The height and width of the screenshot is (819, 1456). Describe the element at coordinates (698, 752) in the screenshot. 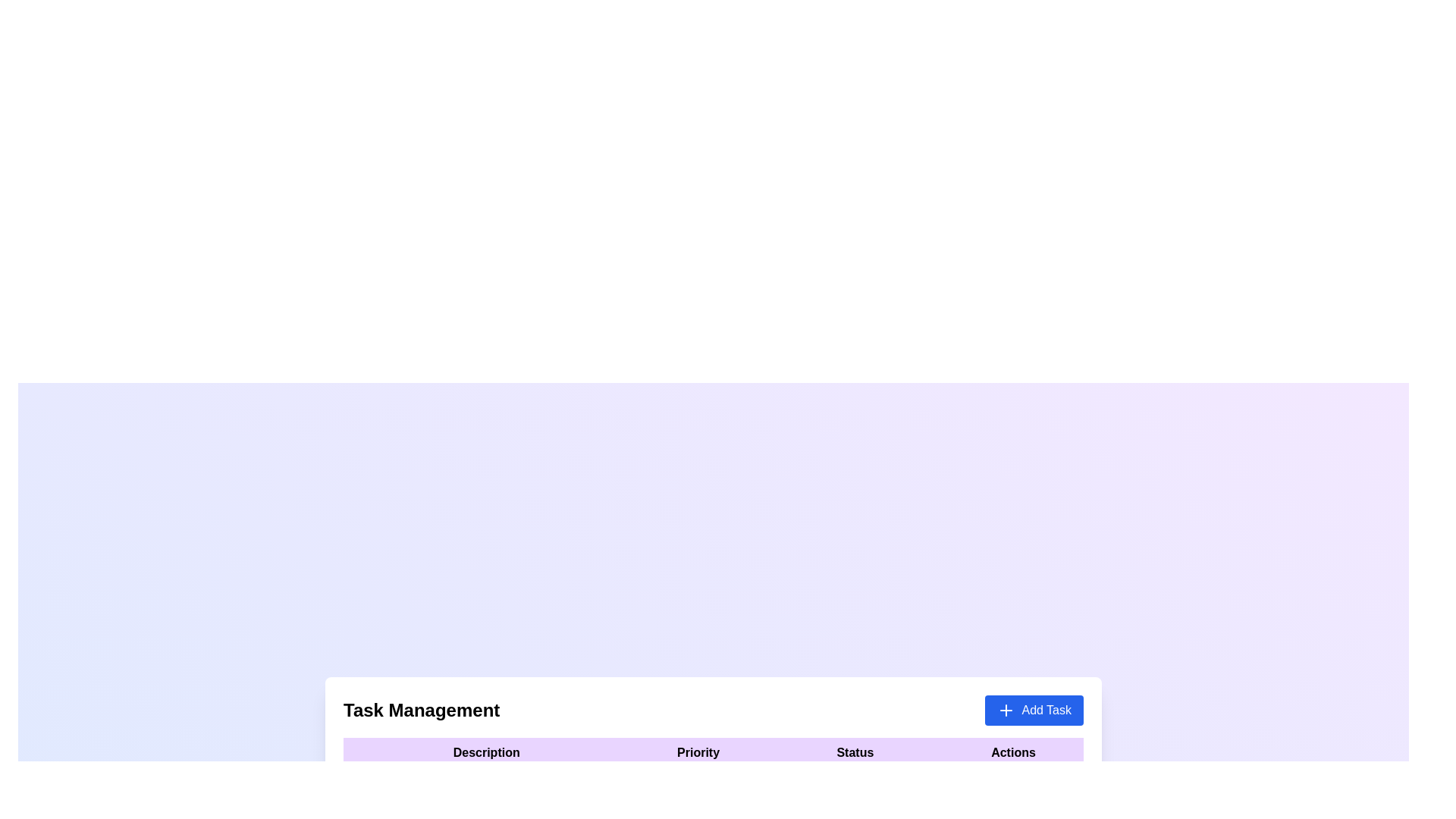

I see `the 'Priority' text label, which is a bold black font against a light purple background, positioned between the 'Description' and 'Status' labels` at that location.